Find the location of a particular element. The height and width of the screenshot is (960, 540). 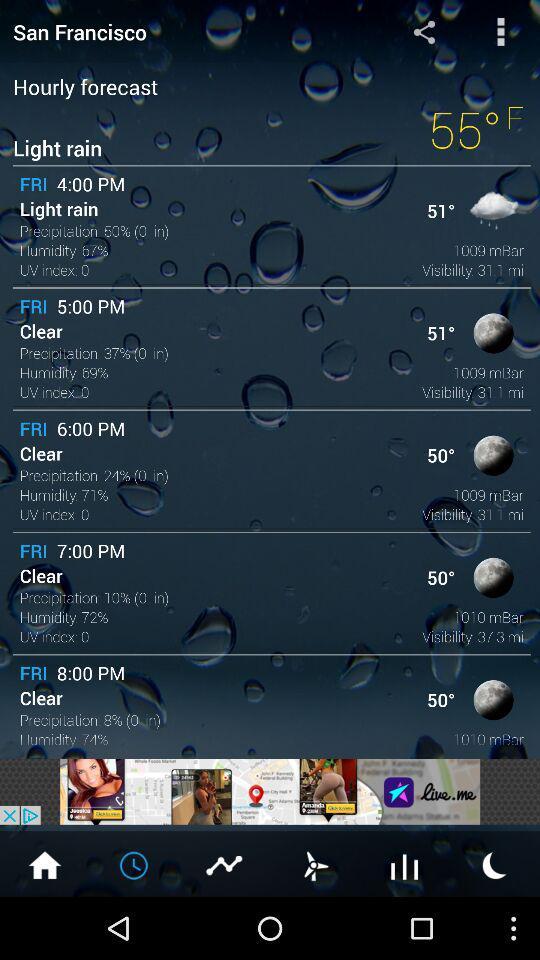

night mode is located at coordinates (494, 863).